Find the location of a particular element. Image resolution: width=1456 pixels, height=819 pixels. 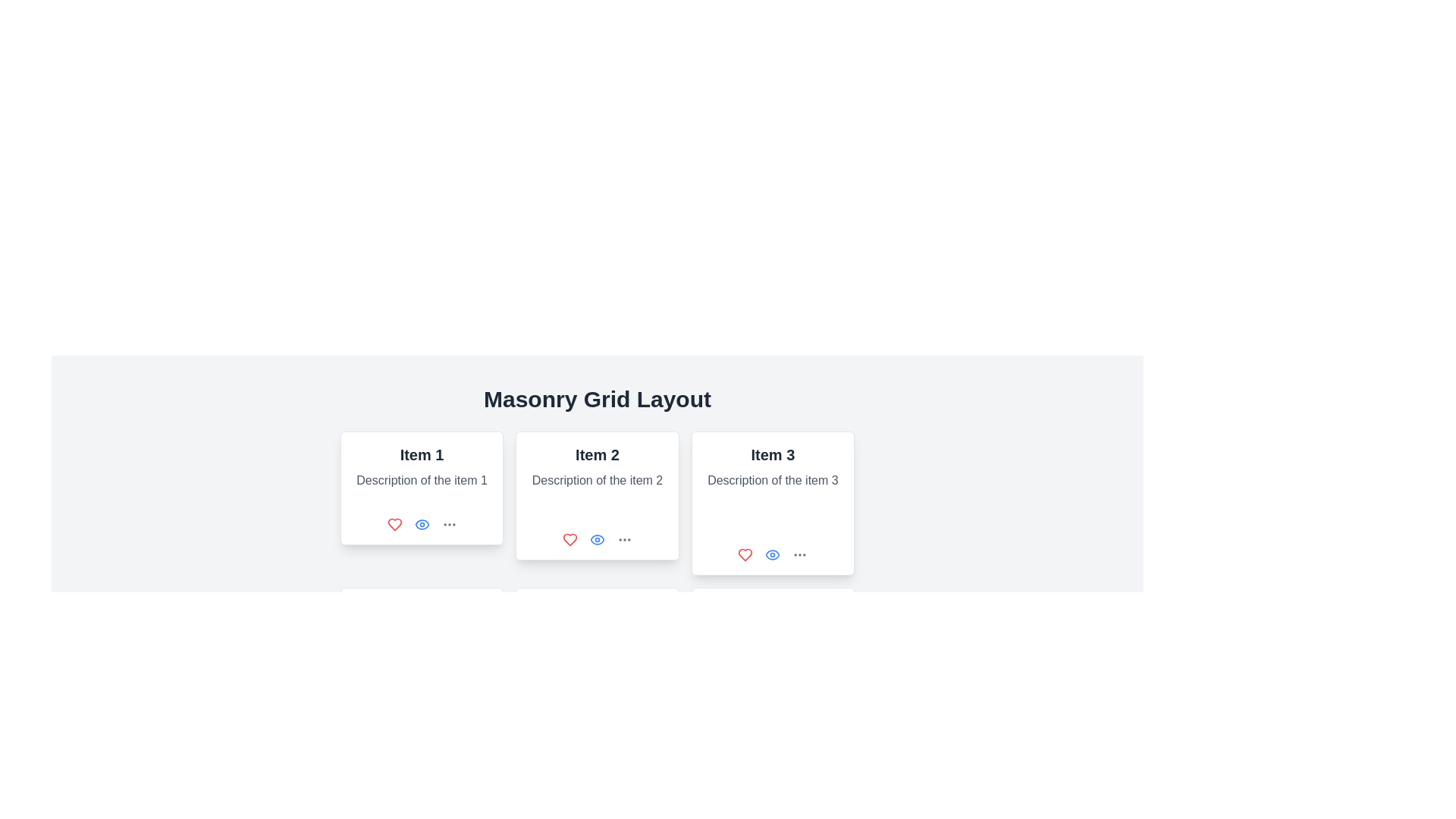

the Action bar with icons located at the bottom of 'Item 3' card for keyboard interactions is located at coordinates (773, 555).